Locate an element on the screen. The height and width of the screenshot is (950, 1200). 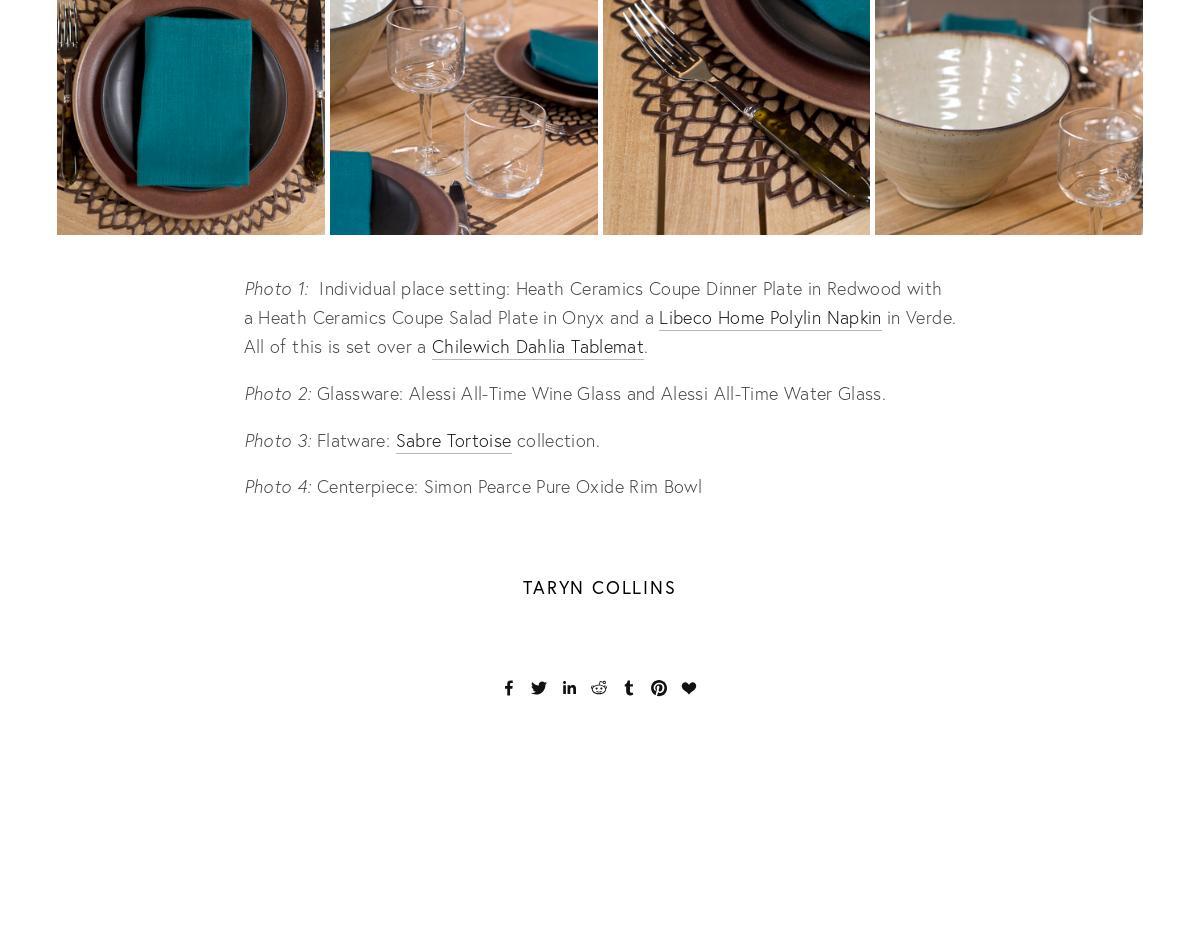
'.' is located at coordinates (644, 344).